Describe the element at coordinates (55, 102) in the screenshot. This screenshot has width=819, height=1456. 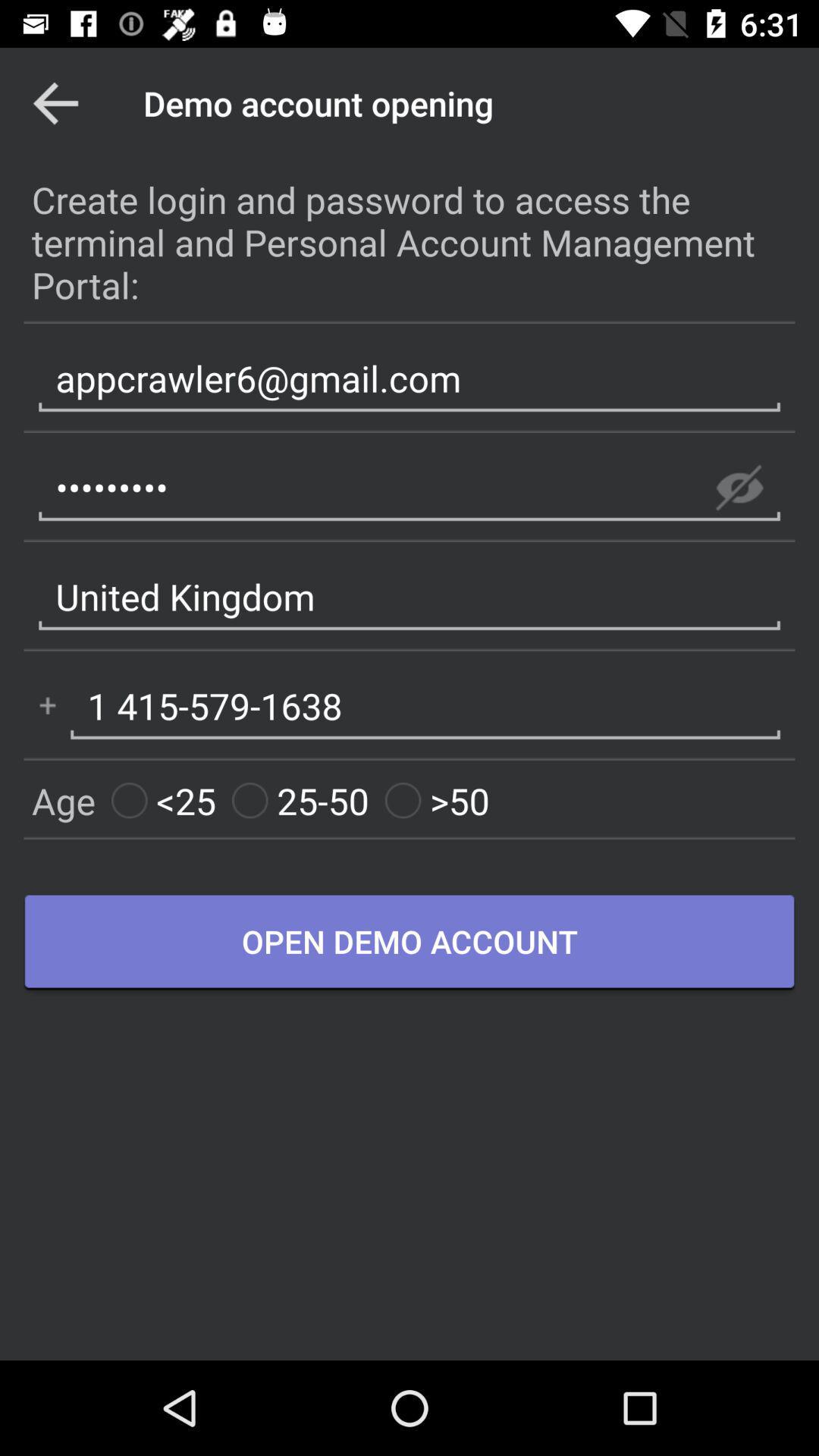
I see `go back` at that location.